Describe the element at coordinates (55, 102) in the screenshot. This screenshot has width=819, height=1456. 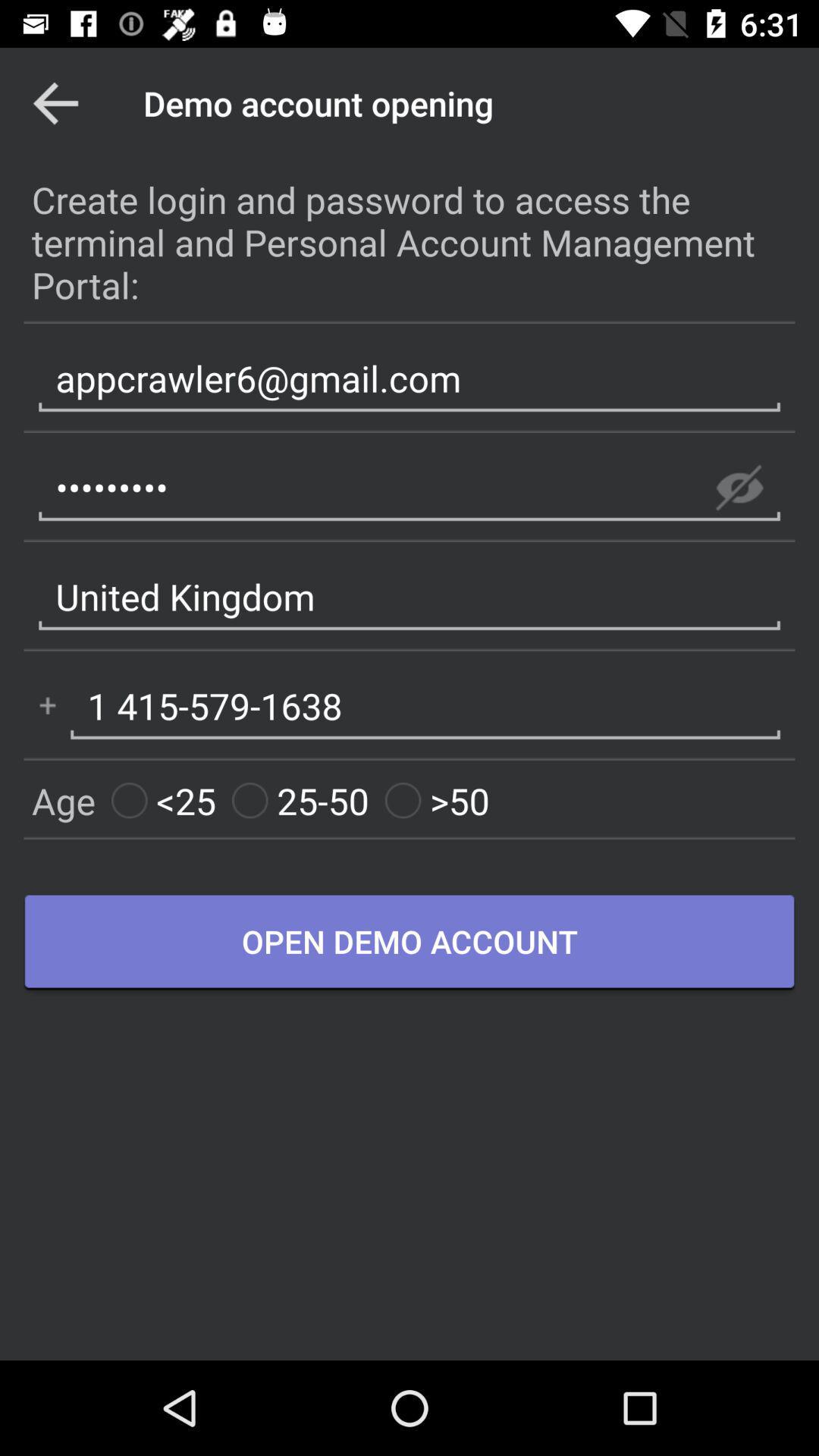
I see `go back` at that location.